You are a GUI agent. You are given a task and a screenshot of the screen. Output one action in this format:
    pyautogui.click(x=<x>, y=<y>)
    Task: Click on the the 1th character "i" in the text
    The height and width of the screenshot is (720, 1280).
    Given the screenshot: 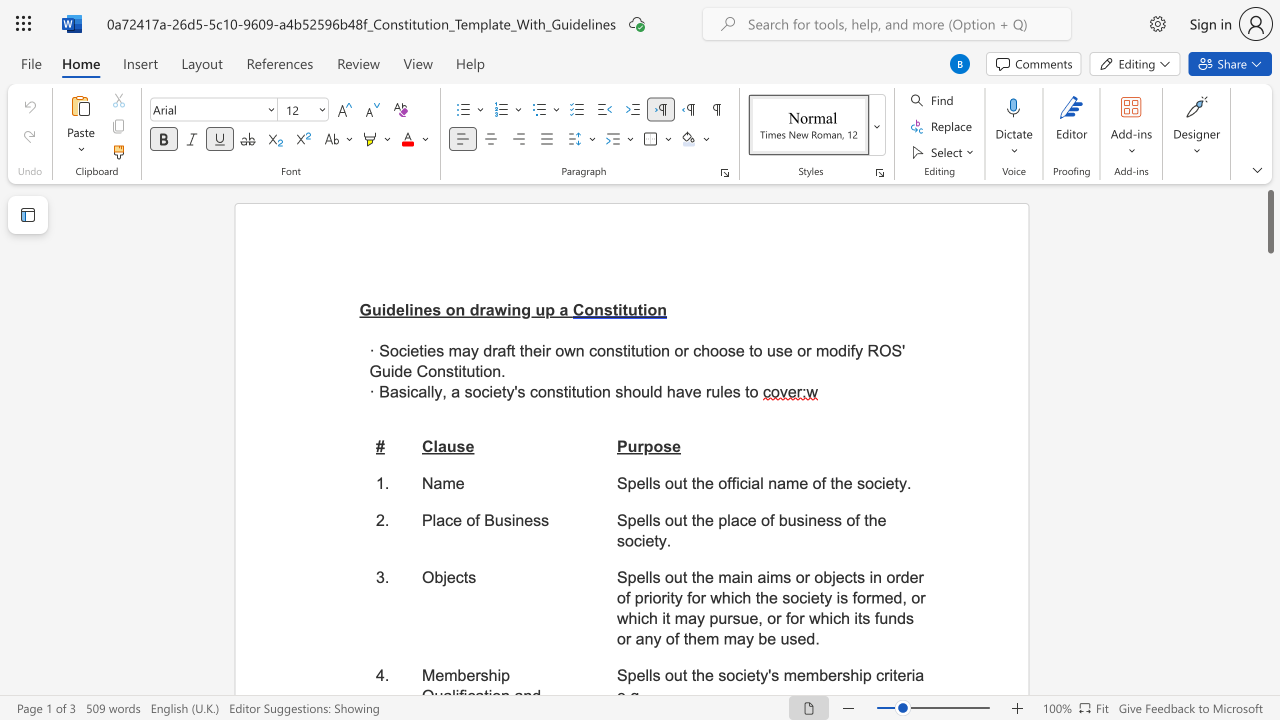 What is the action you would take?
    pyautogui.click(x=513, y=519)
    